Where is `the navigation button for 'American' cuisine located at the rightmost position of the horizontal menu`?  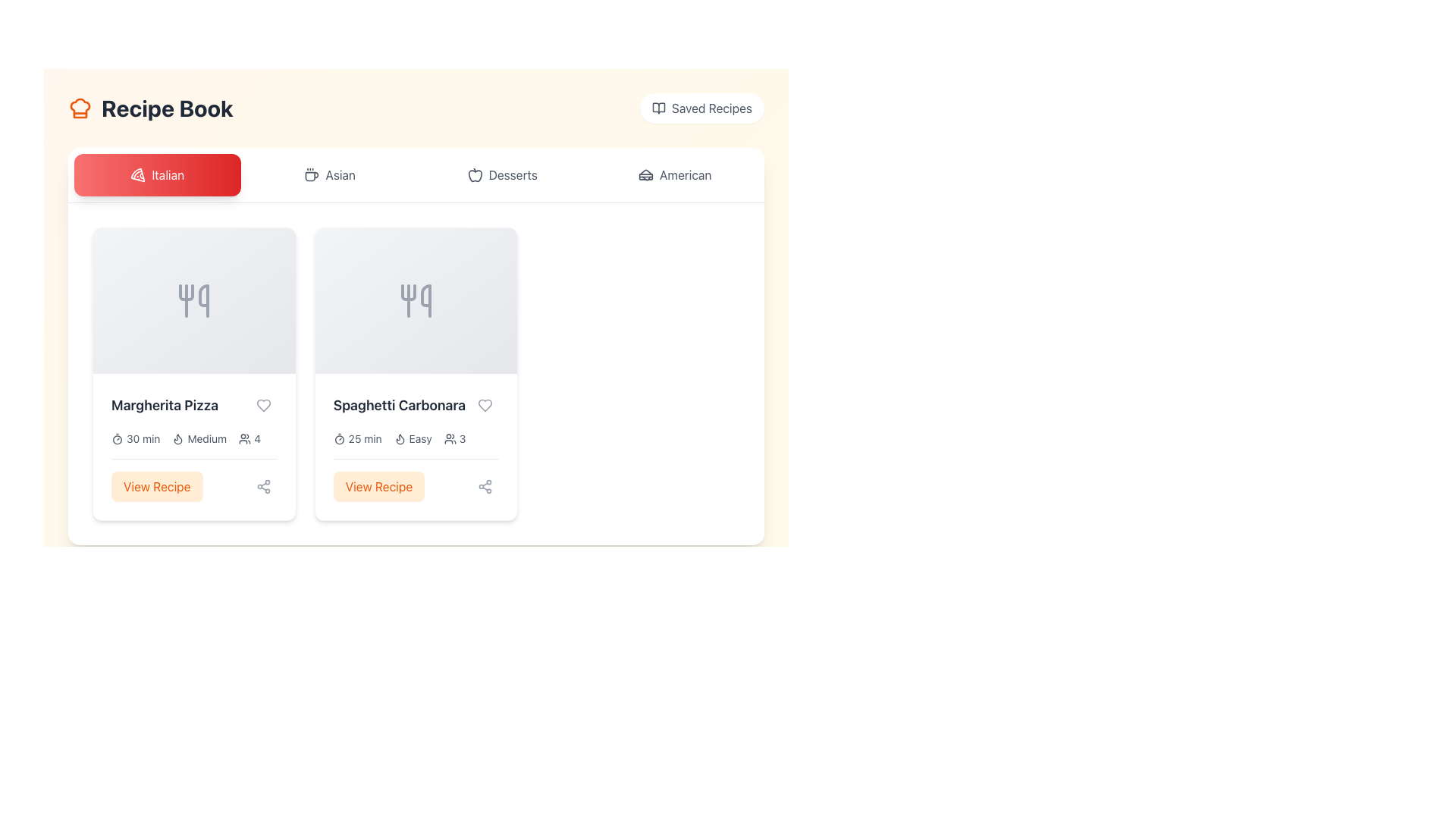 the navigation button for 'American' cuisine located at the rightmost position of the horizontal menu is located at coordinates (673, 174).